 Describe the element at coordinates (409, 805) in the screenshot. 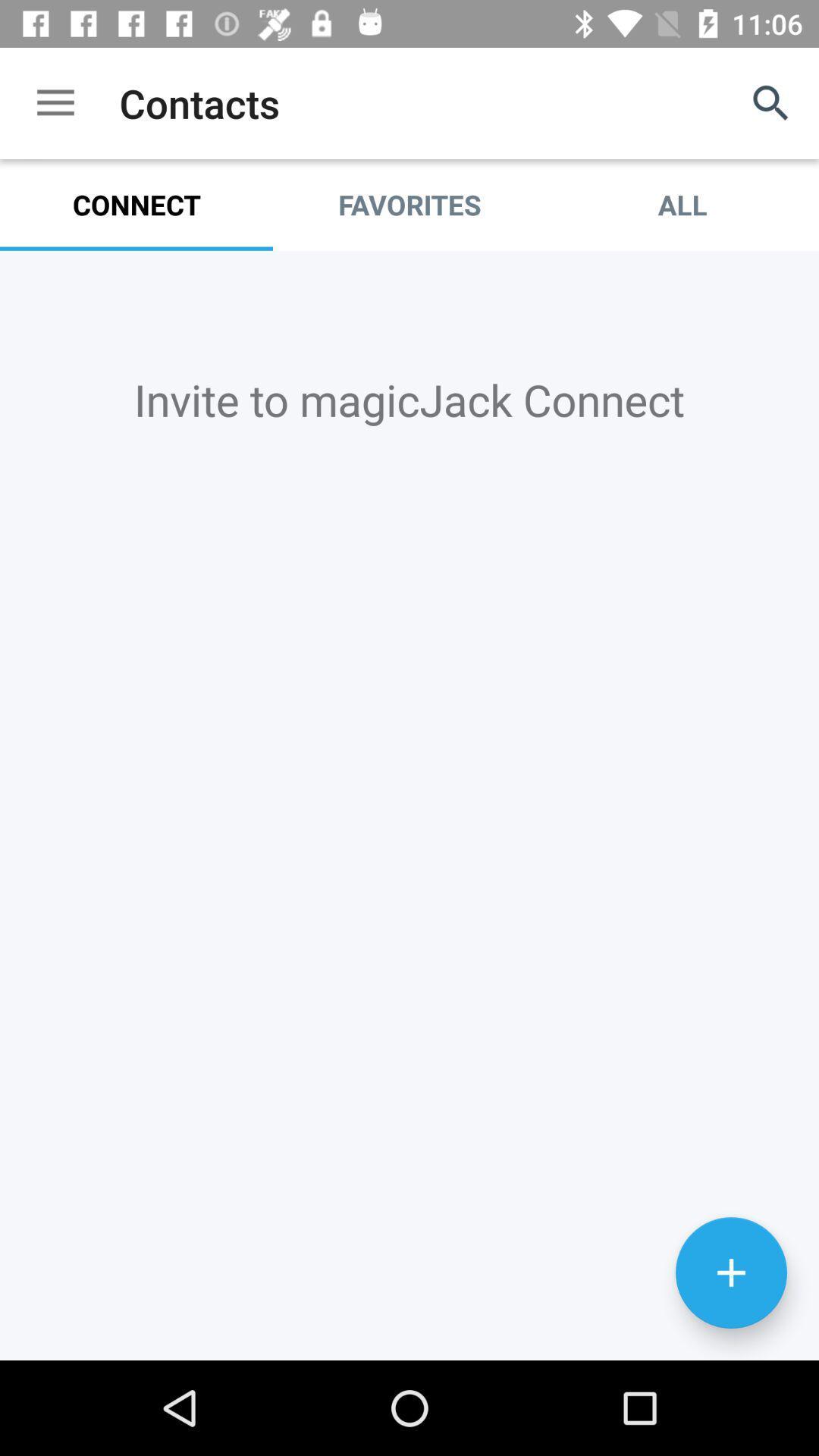

I see `invite to magicjack connect` at that location.